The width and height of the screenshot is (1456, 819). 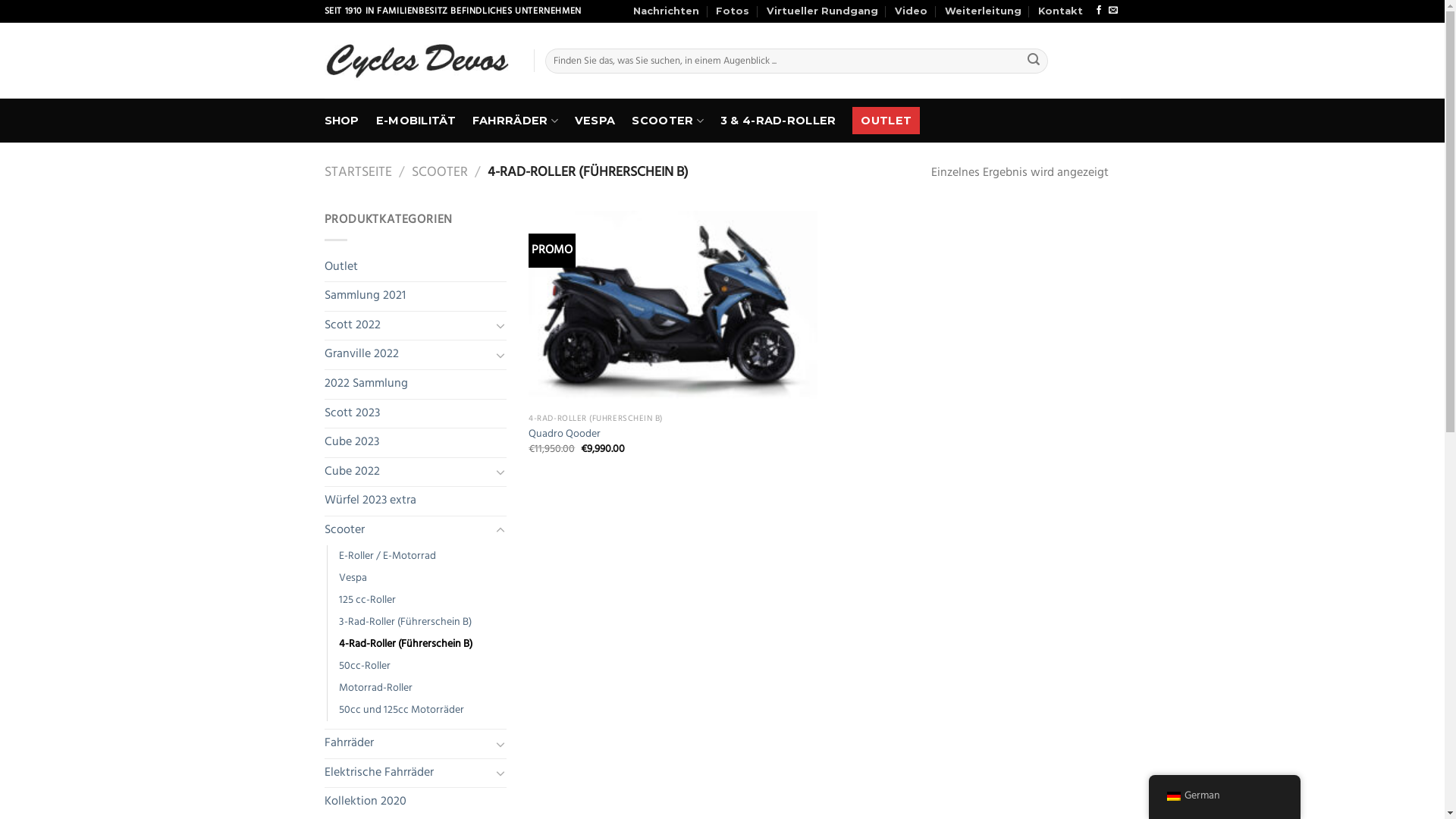 I want to click on 'Vespa', so click(x=351, y=578).